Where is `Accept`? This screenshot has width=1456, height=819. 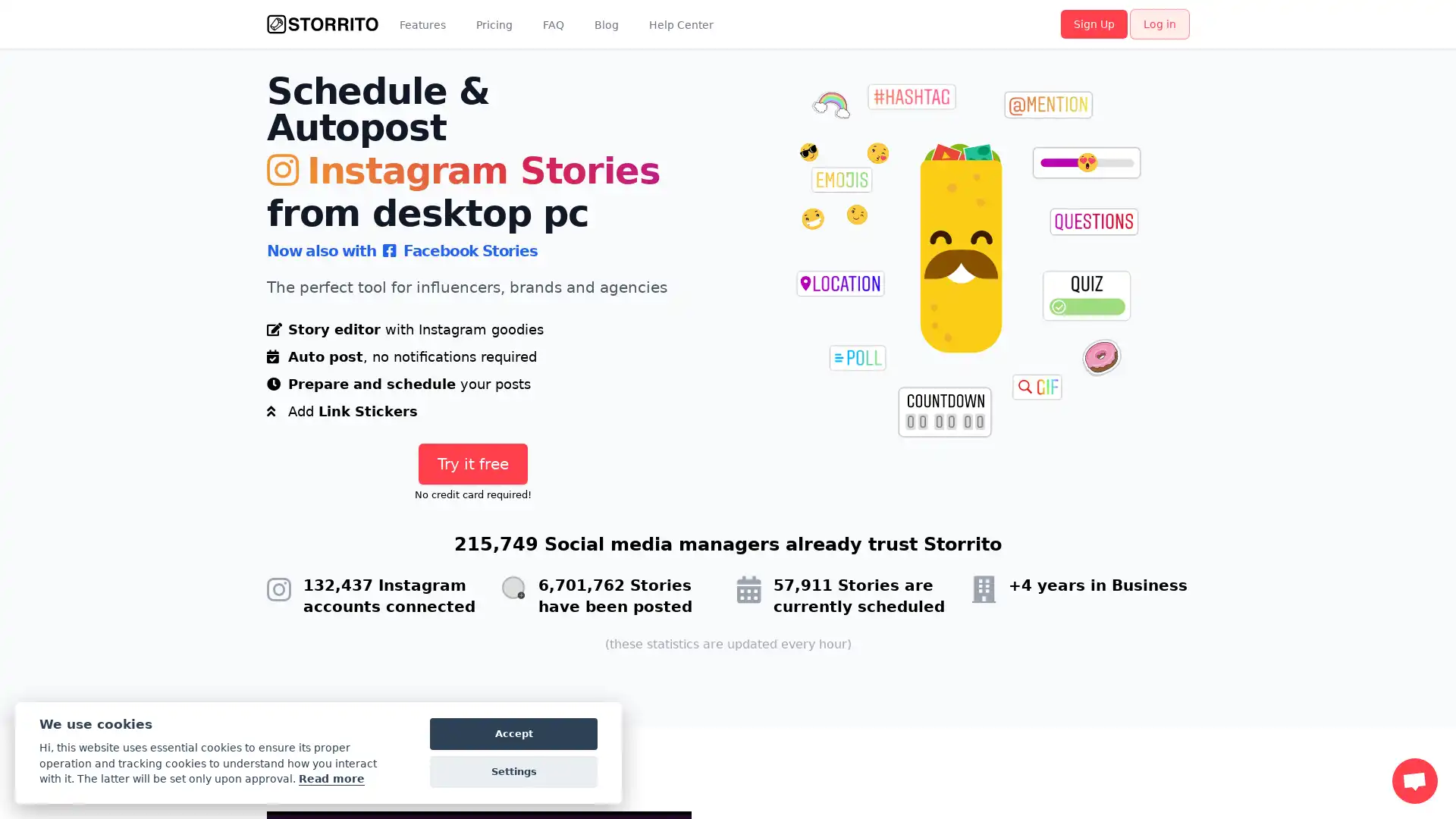 Accept is located at coordinates (513, 733).